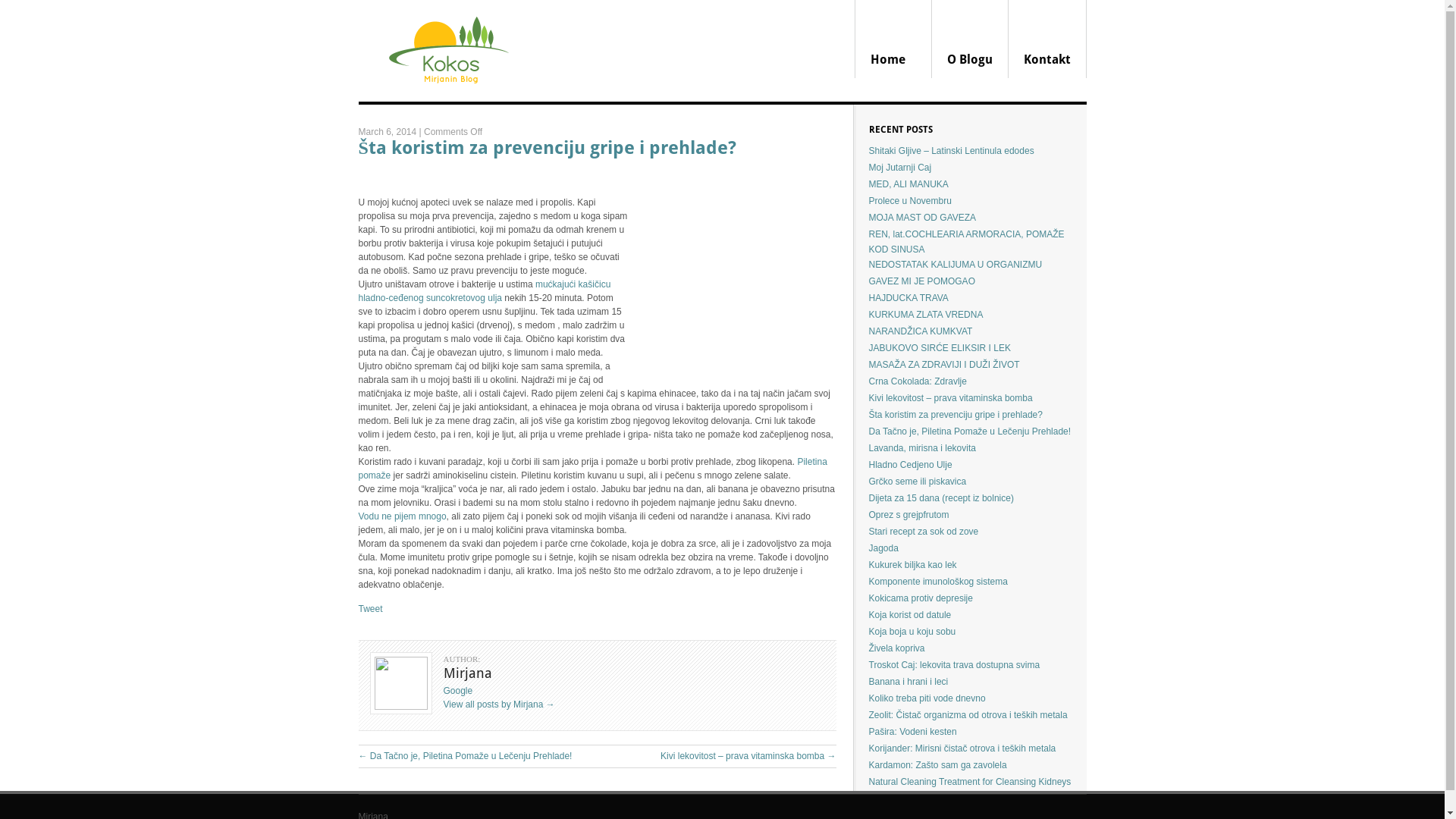 The image size is (1456, 819). Describe the element at coordinates (909, 513) in the screenshot. I see `'Oprez s grejpfrutom'` at that location.